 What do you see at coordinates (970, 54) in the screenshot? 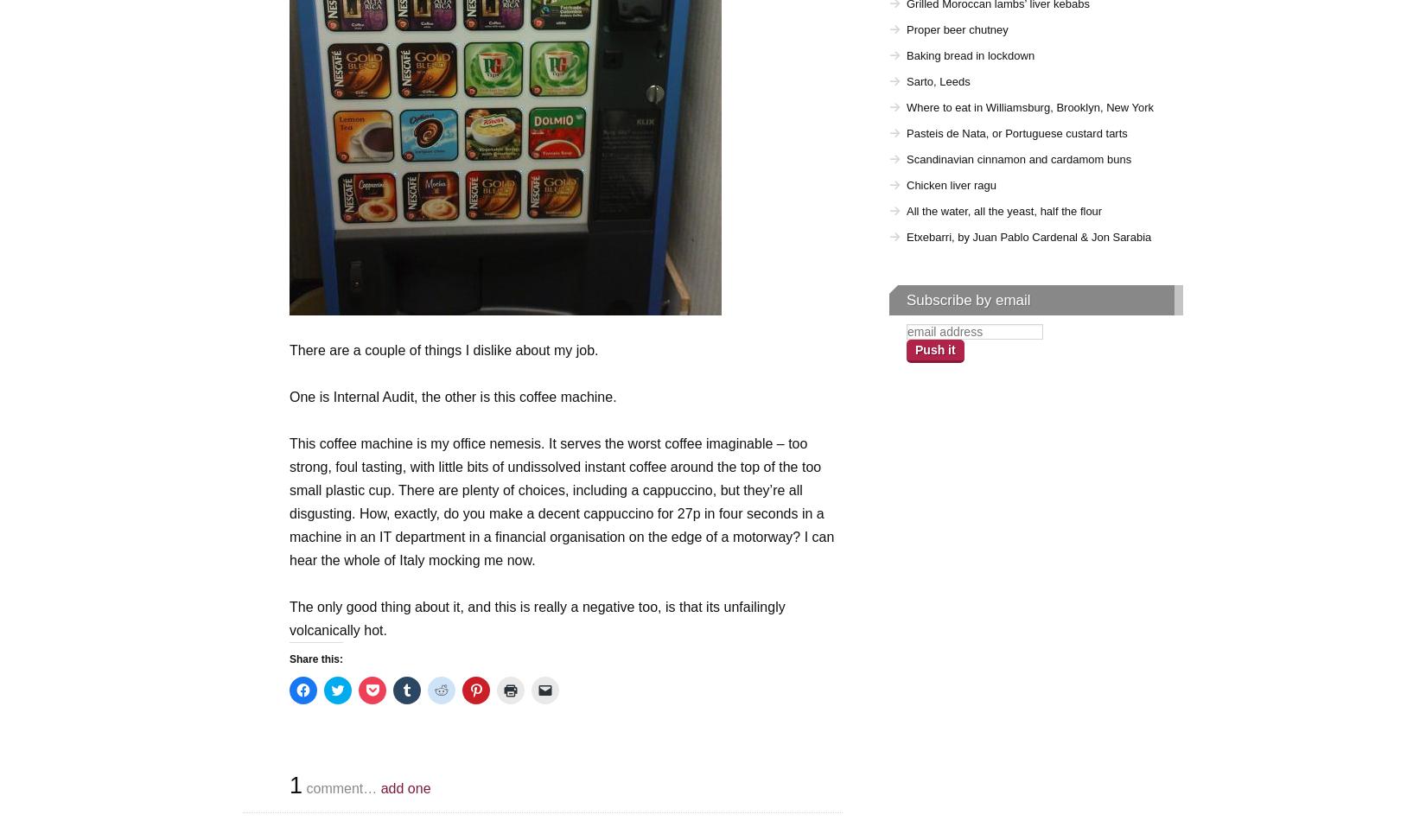
I see `'Baking bread in lockdown'` at bounding box center [970, 54].